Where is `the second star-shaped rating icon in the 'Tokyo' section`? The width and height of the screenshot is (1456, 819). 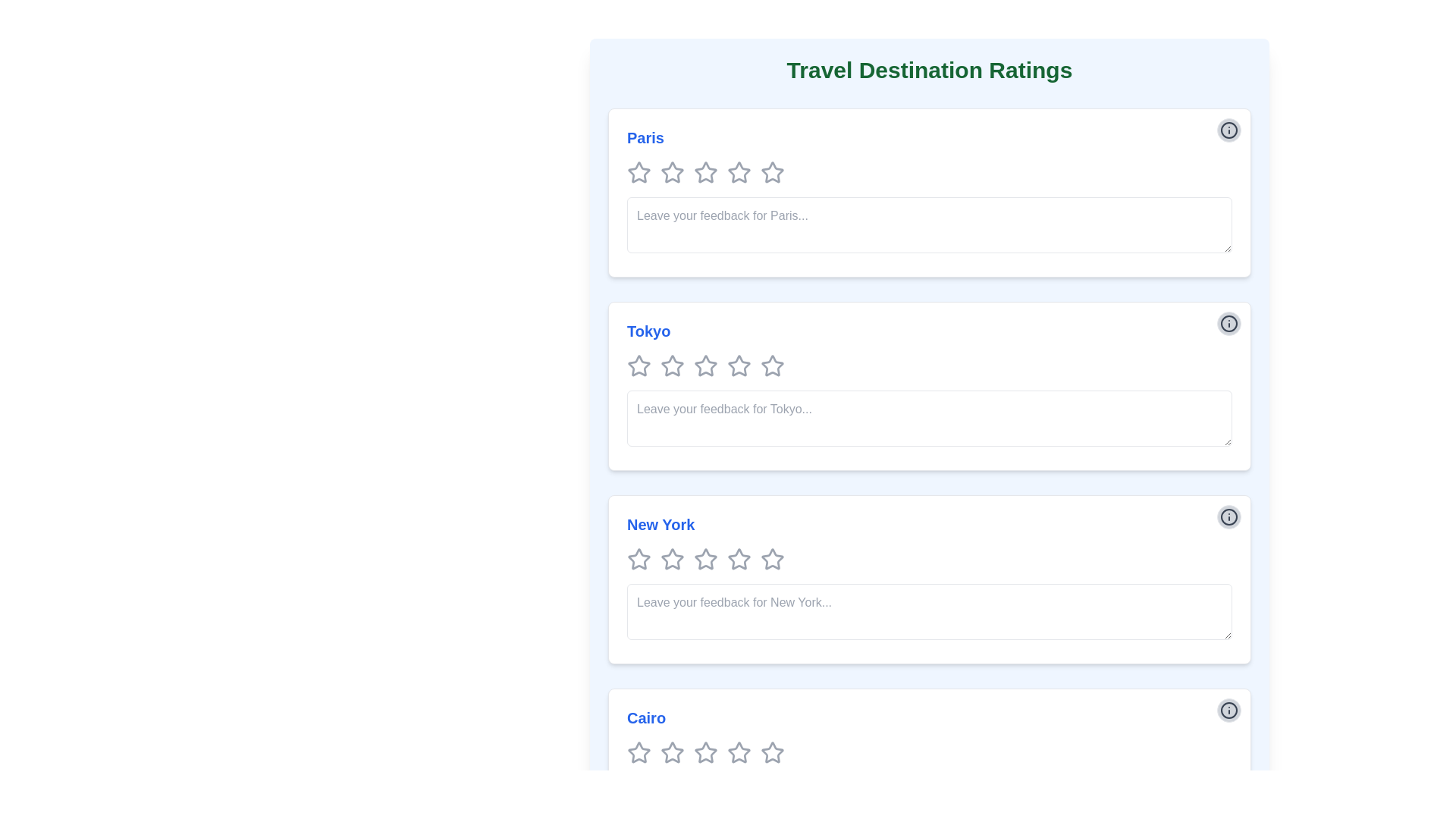 the second star-shaped rating icon in the 'Tokyo' section is located at coordinates (672, 366).